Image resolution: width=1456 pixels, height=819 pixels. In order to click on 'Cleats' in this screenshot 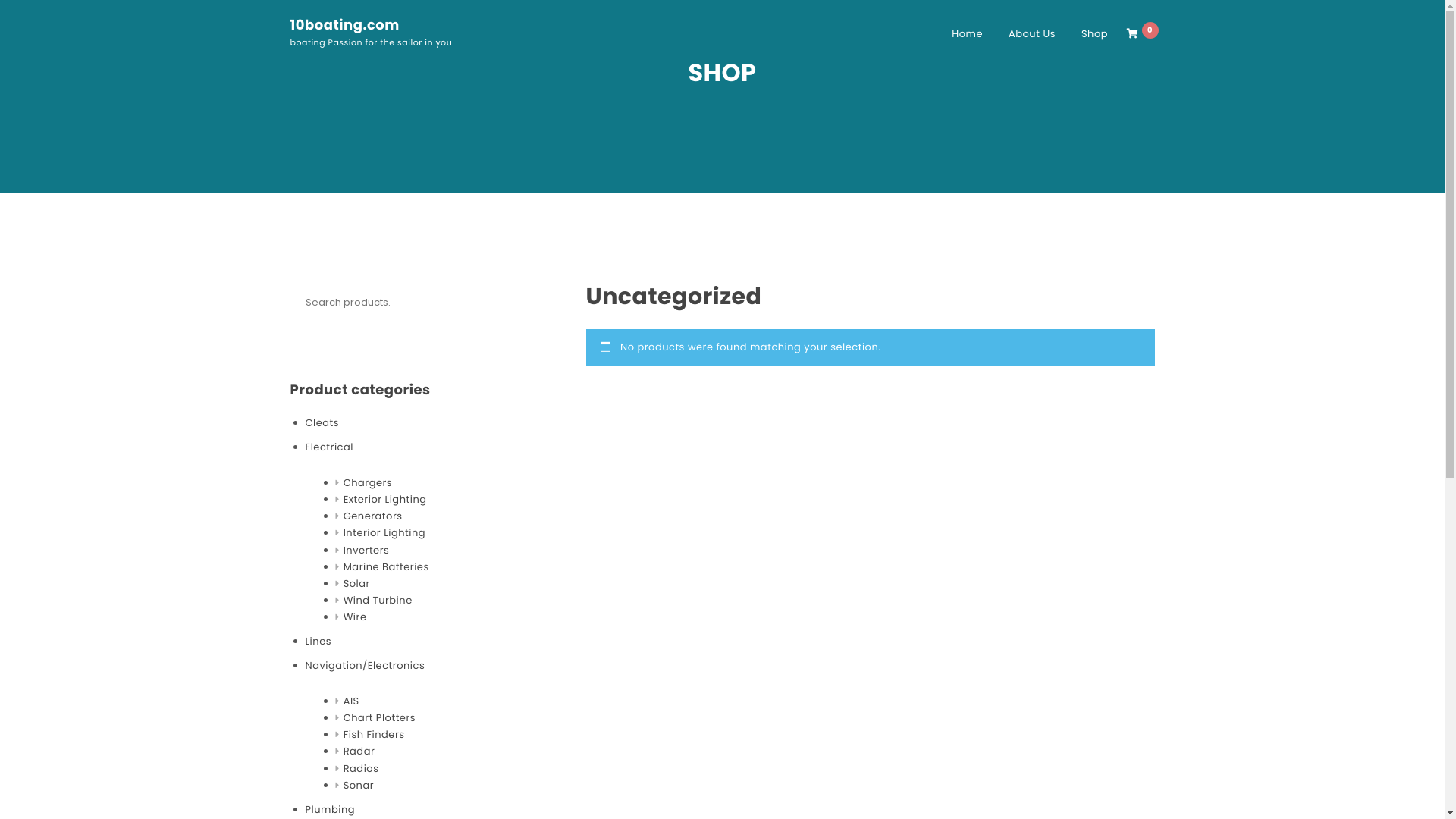, I will do `click(321, 423)`.